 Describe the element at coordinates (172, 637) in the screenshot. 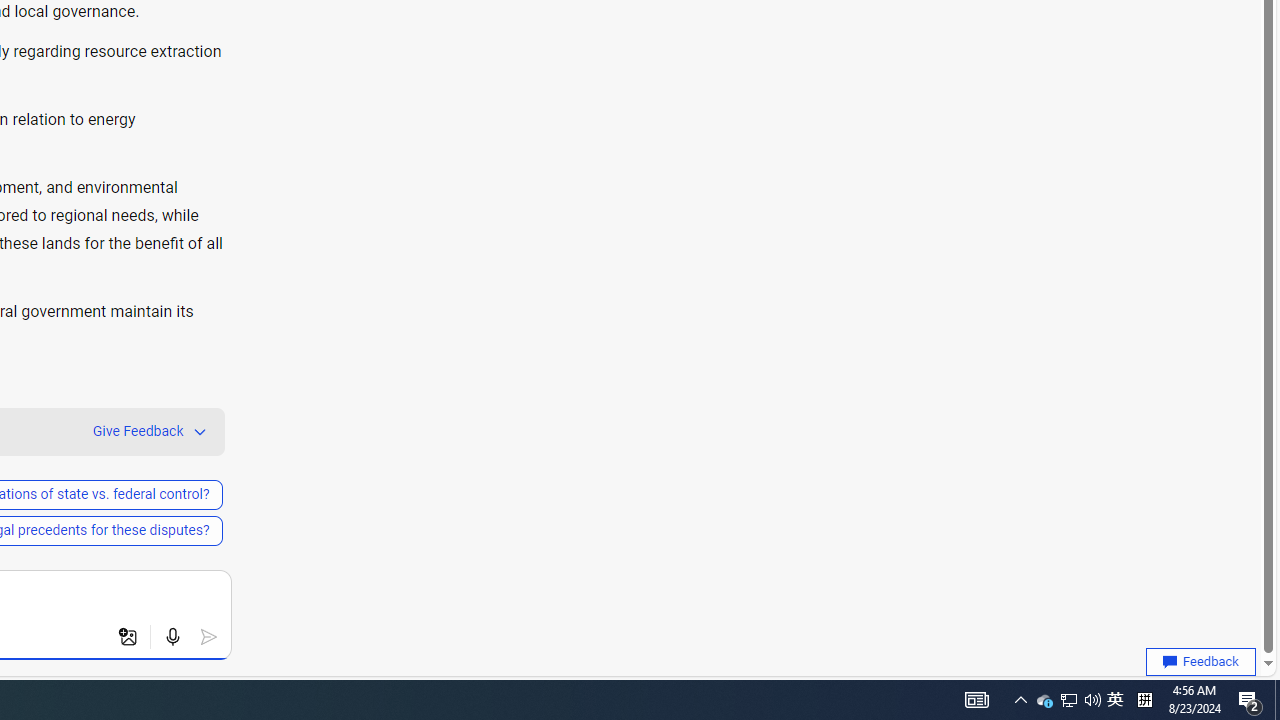

I see `'Use microphone'` at that location.